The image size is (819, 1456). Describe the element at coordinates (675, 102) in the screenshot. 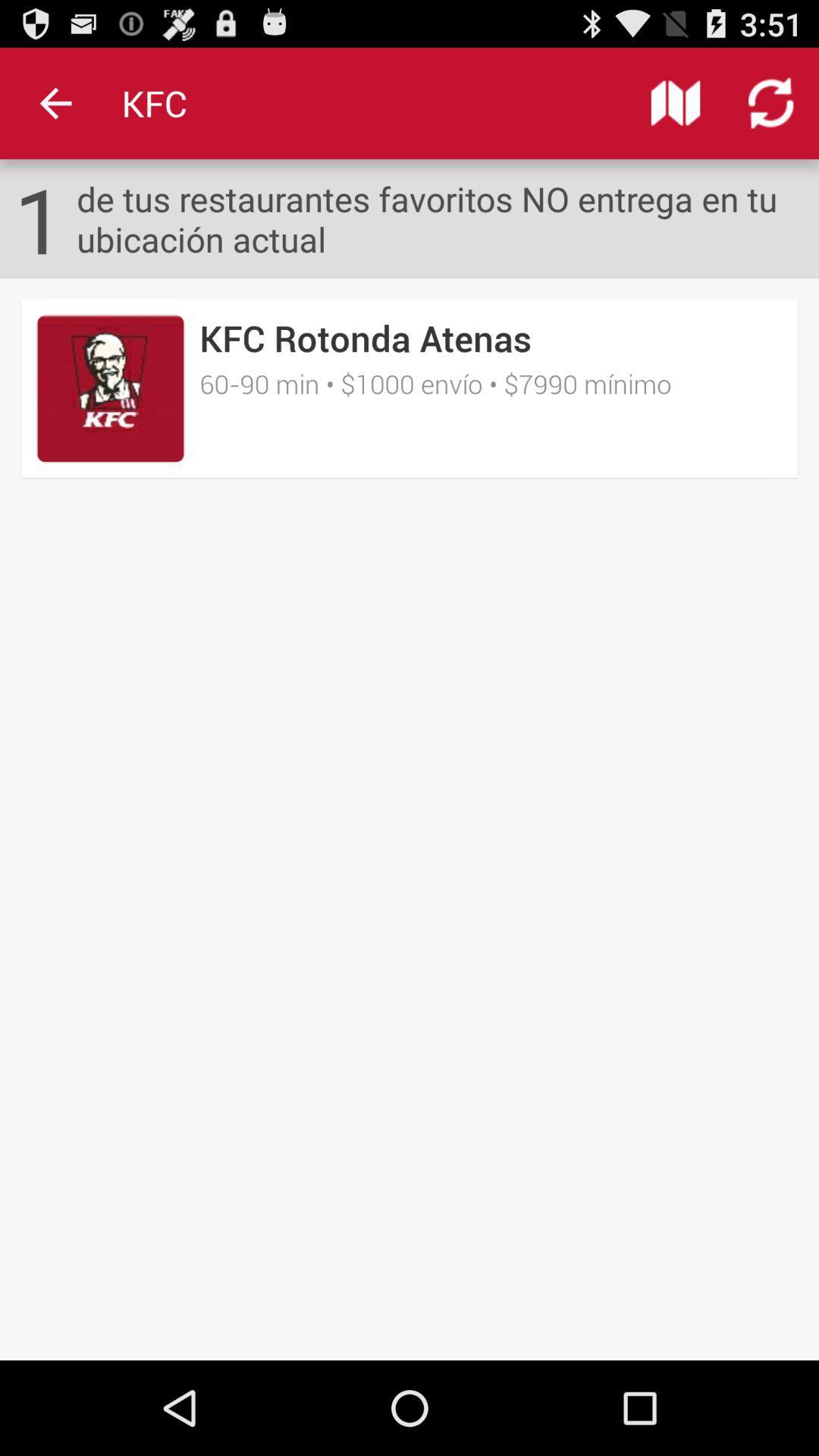

I see `icon above the de tus restaurantes icon` at that location.